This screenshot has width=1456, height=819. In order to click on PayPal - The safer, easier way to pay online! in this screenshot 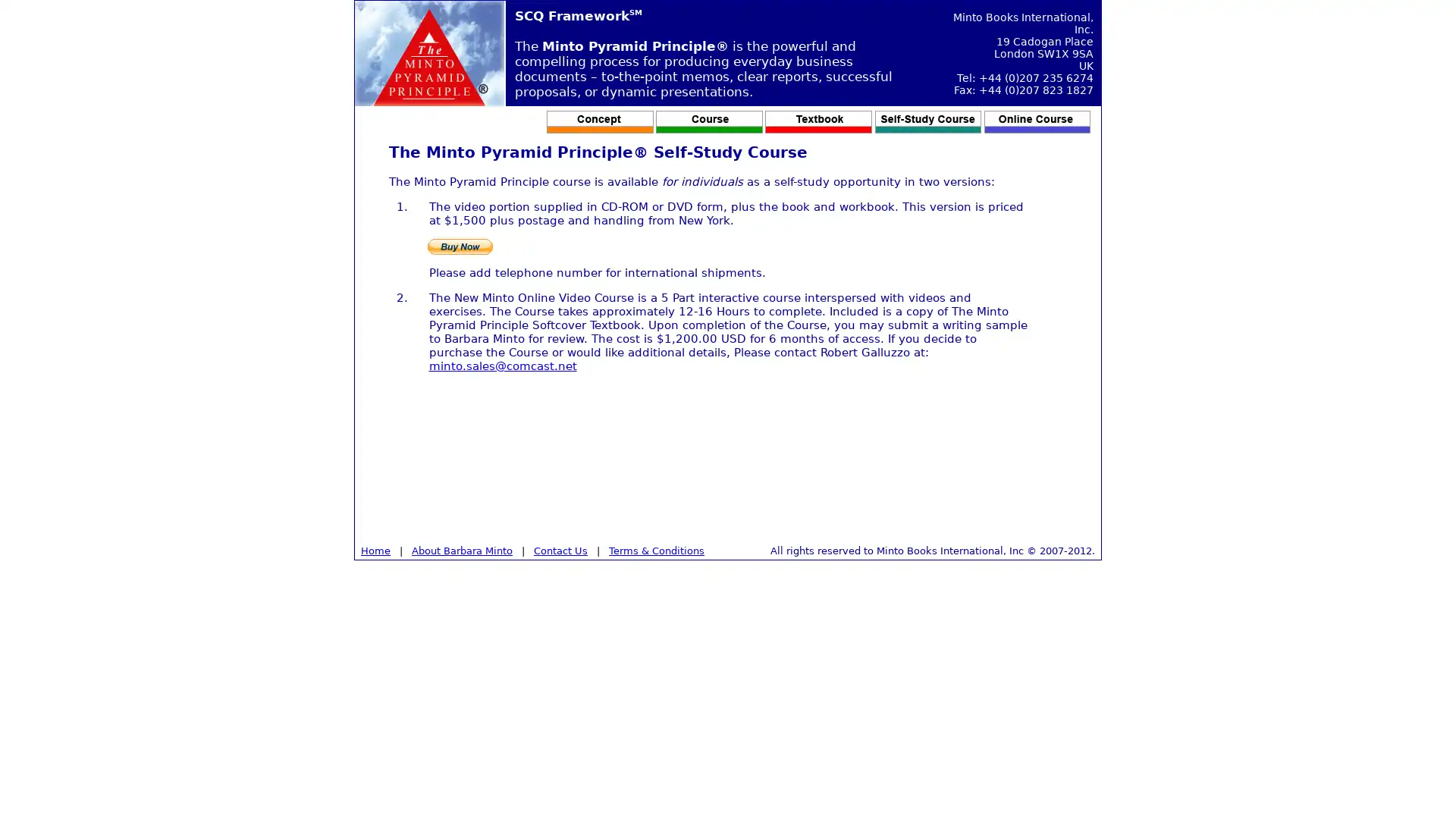, I will do `click(459, 246)`.